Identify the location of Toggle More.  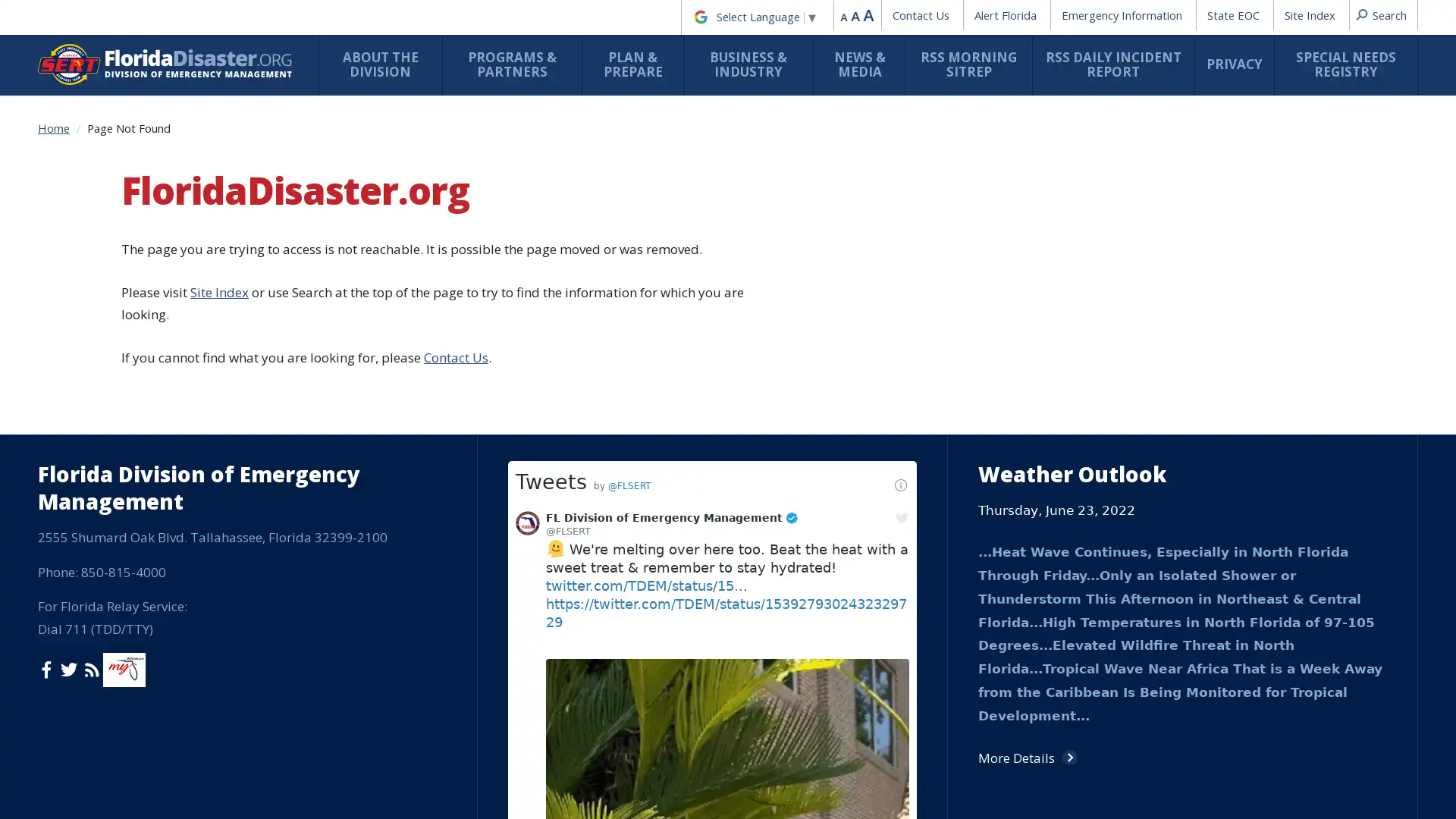
(455, 236).